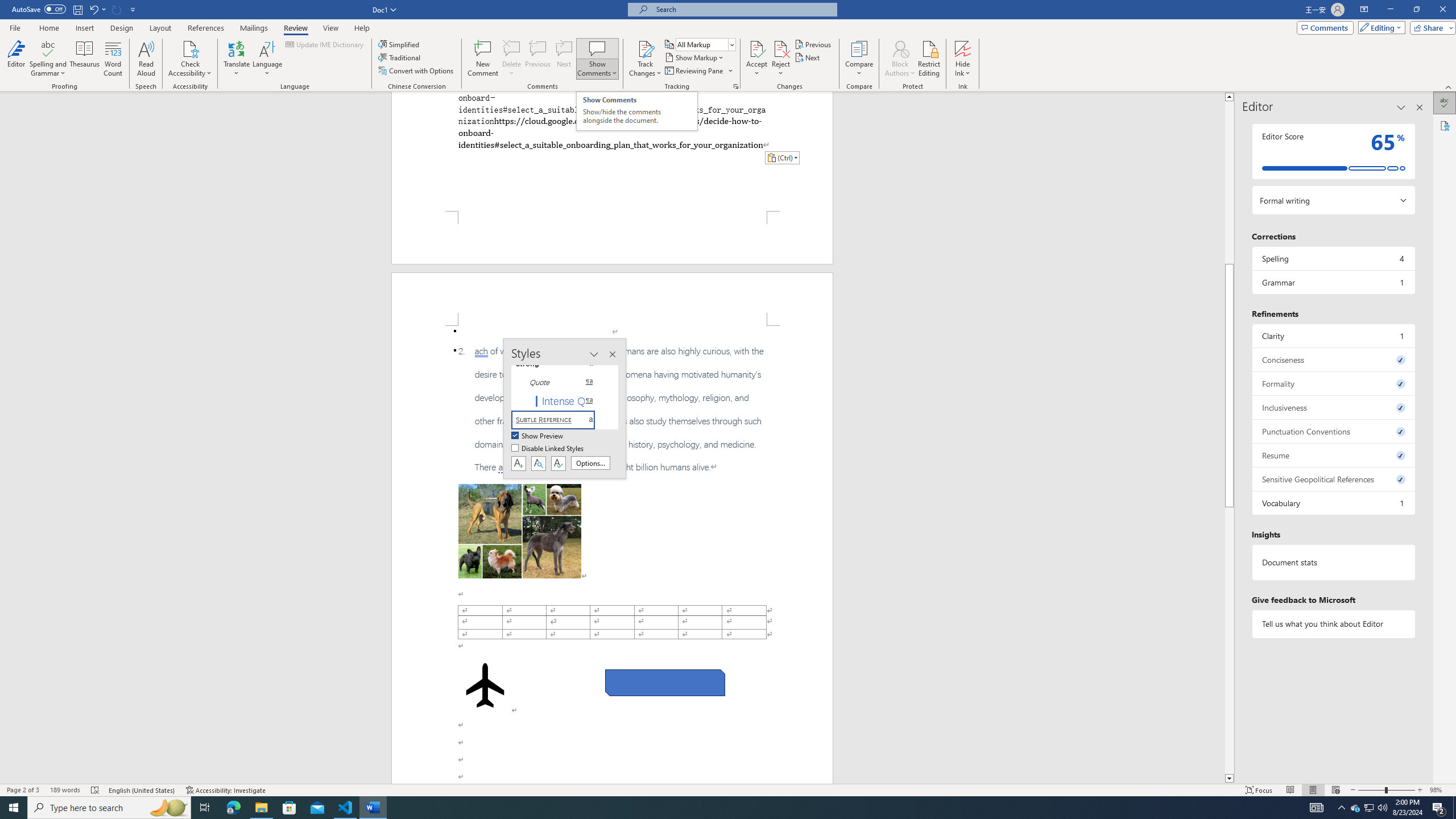 The image size is (1456, 819). Describe the element at coordinates (694, 69) in the screenshot. I see `'Reviewing Pane'` at that location.